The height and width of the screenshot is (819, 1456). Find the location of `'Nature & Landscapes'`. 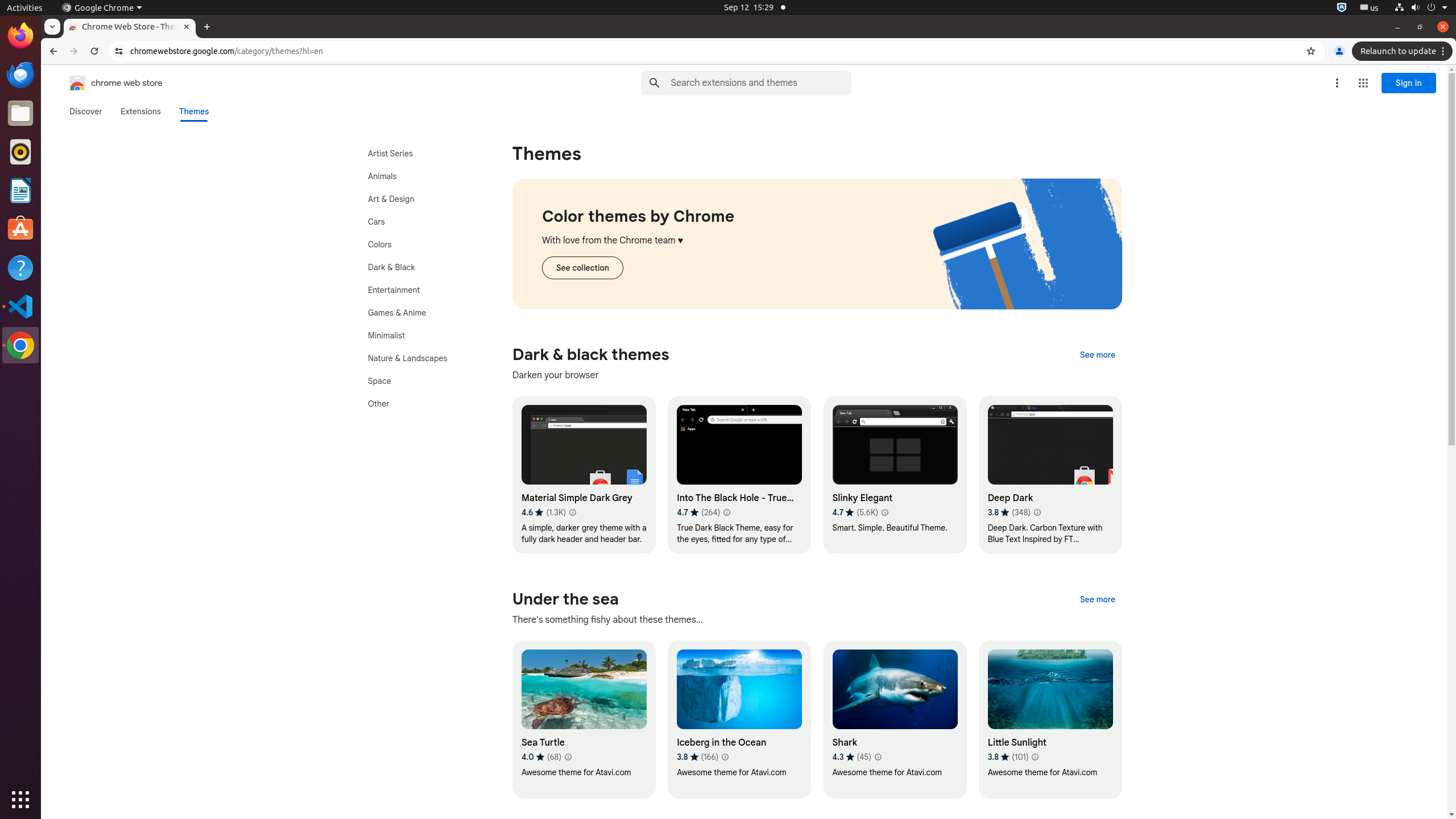

'Nature & Landscapes' is located at coordinates (419, 358).